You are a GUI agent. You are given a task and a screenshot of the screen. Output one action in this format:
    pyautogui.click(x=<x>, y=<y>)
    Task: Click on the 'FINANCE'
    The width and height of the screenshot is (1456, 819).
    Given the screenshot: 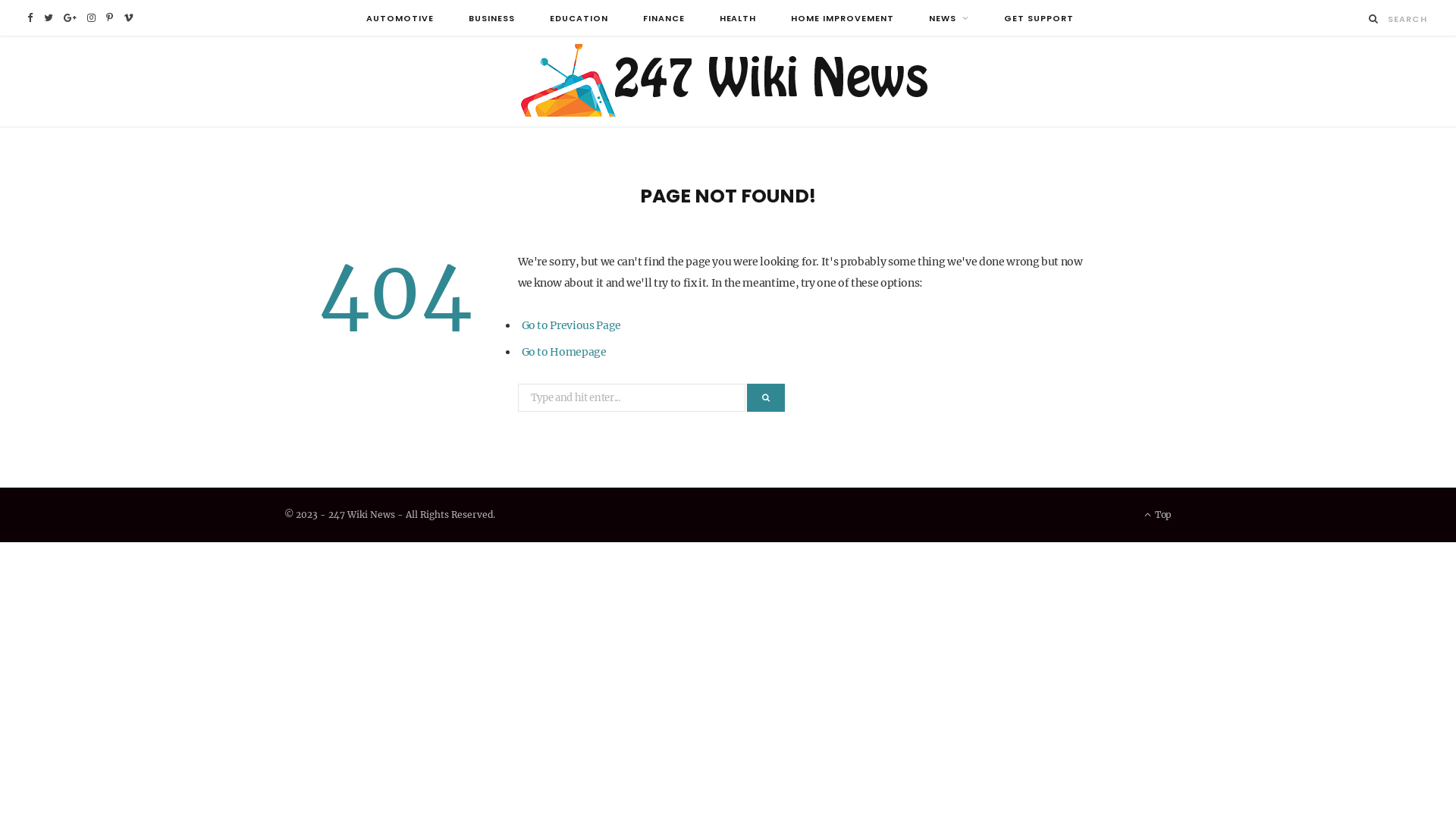 What is the action you would take?
    pyautogui.click(x=664, y=17)
    